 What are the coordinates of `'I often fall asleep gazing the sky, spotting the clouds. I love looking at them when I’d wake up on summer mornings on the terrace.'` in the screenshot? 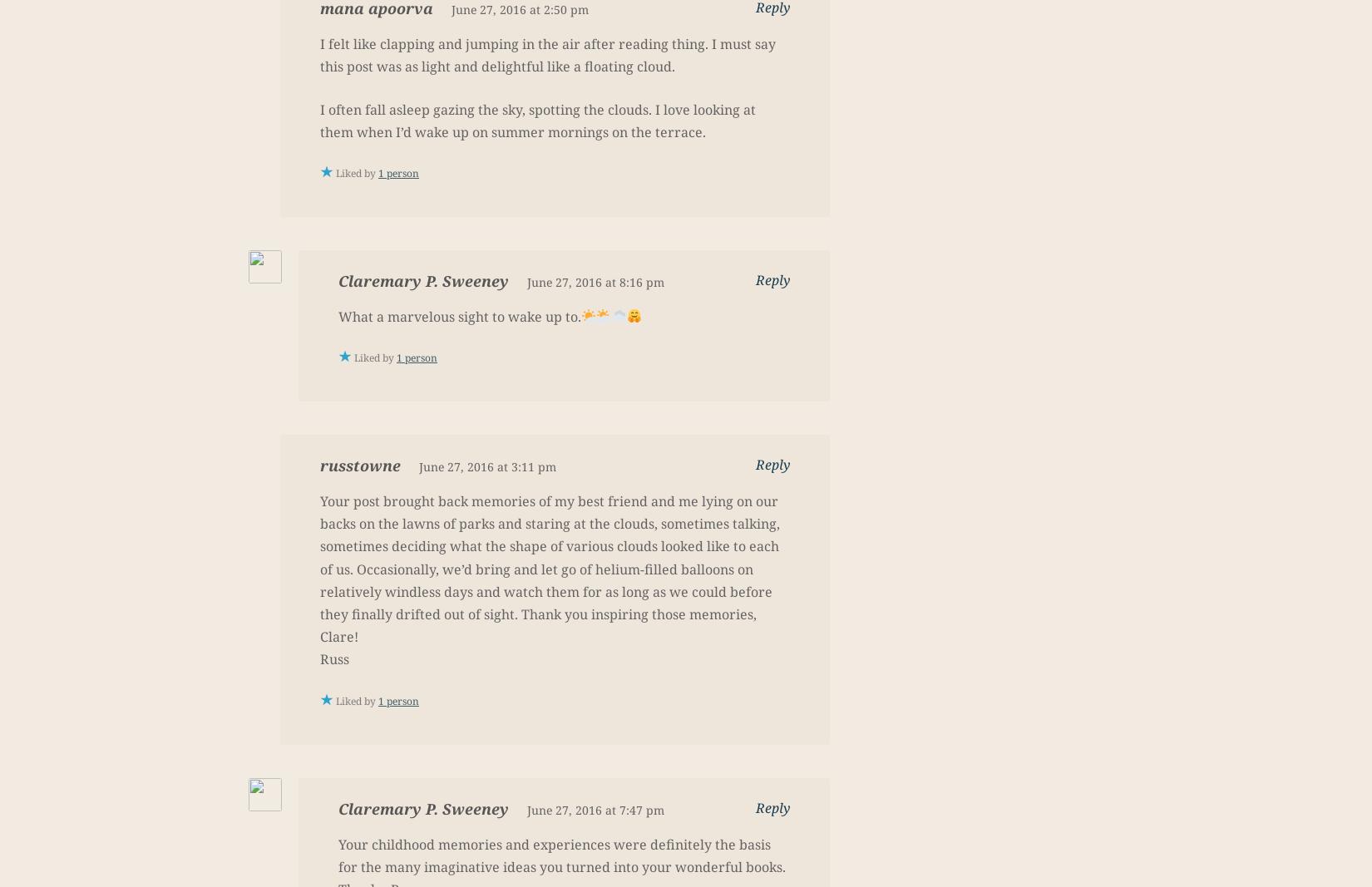 It's located at (536, 119).